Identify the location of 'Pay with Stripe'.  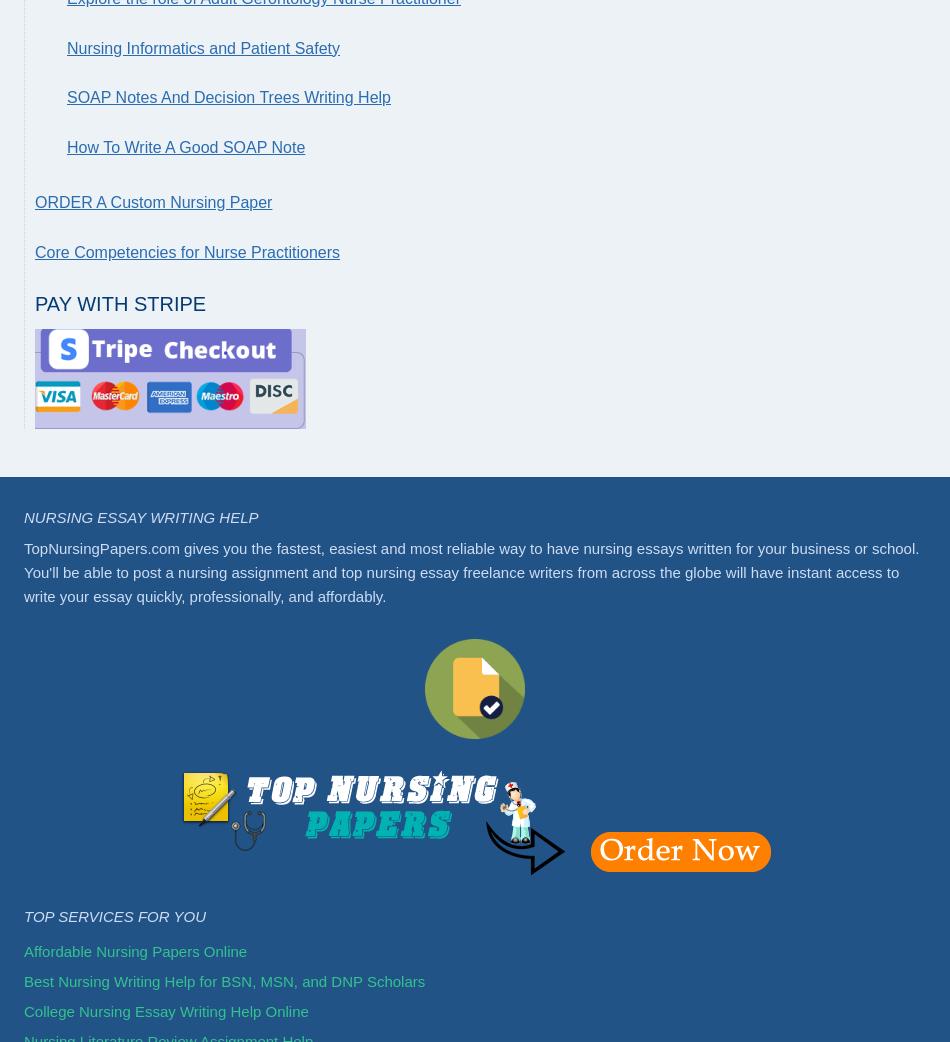
(120, 303).